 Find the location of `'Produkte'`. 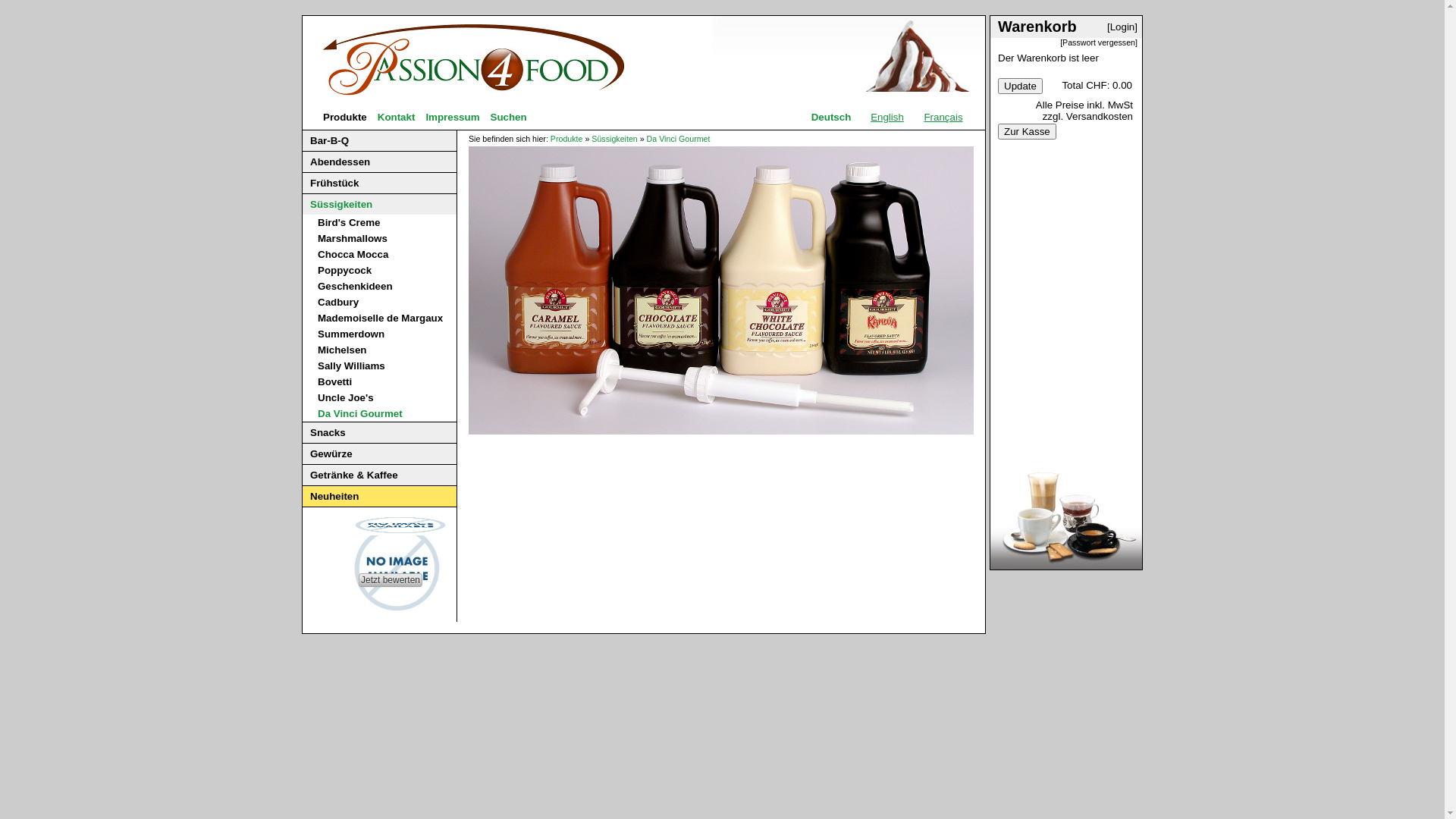

'Produkte' is located at coordinates (566, 138).